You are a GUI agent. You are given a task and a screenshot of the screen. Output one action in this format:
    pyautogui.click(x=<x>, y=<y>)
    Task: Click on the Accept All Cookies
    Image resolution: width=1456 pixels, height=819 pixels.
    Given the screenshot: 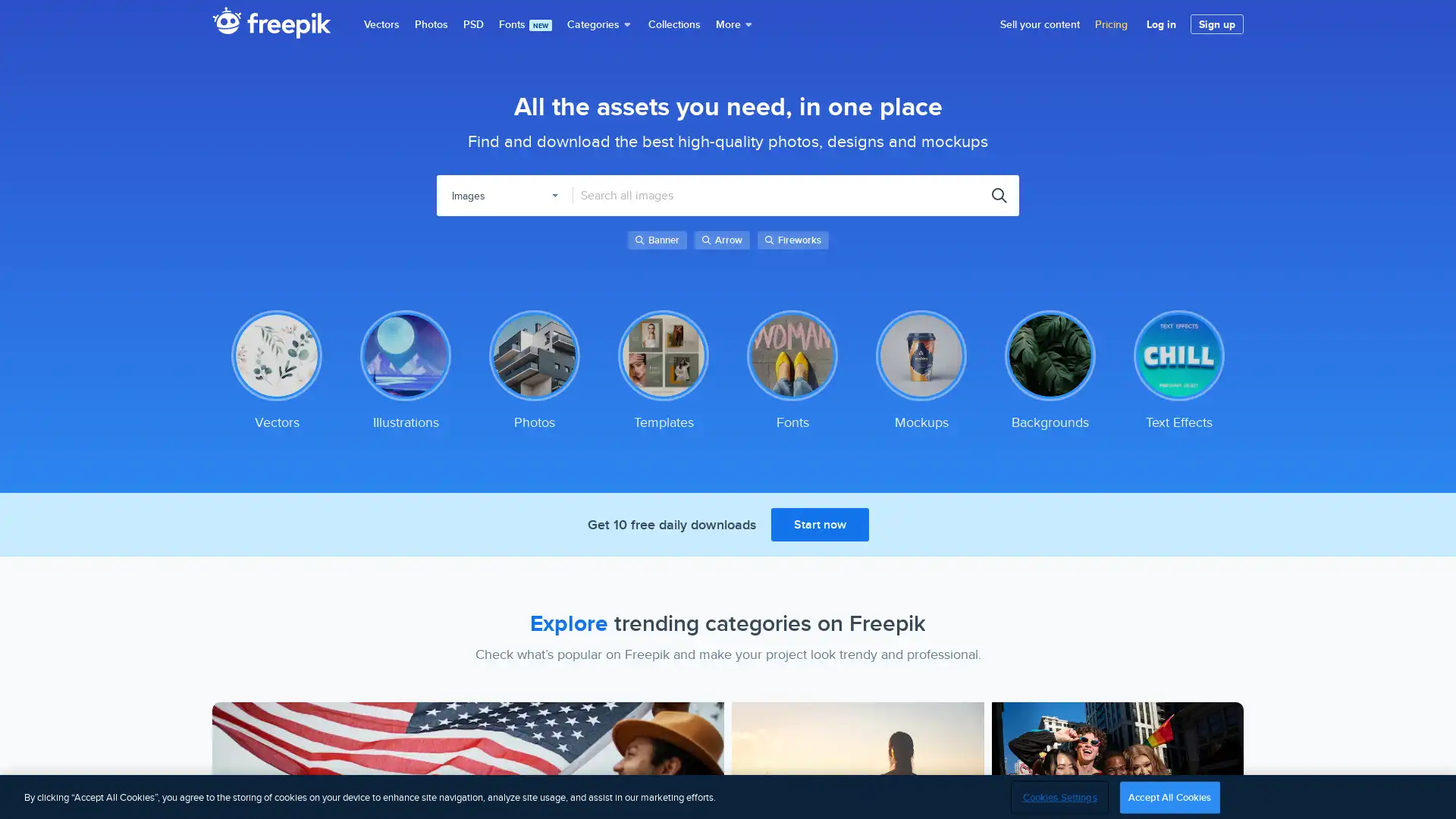 What is the action you would take?
    pyautogui.click(x=1169, y=792)
    